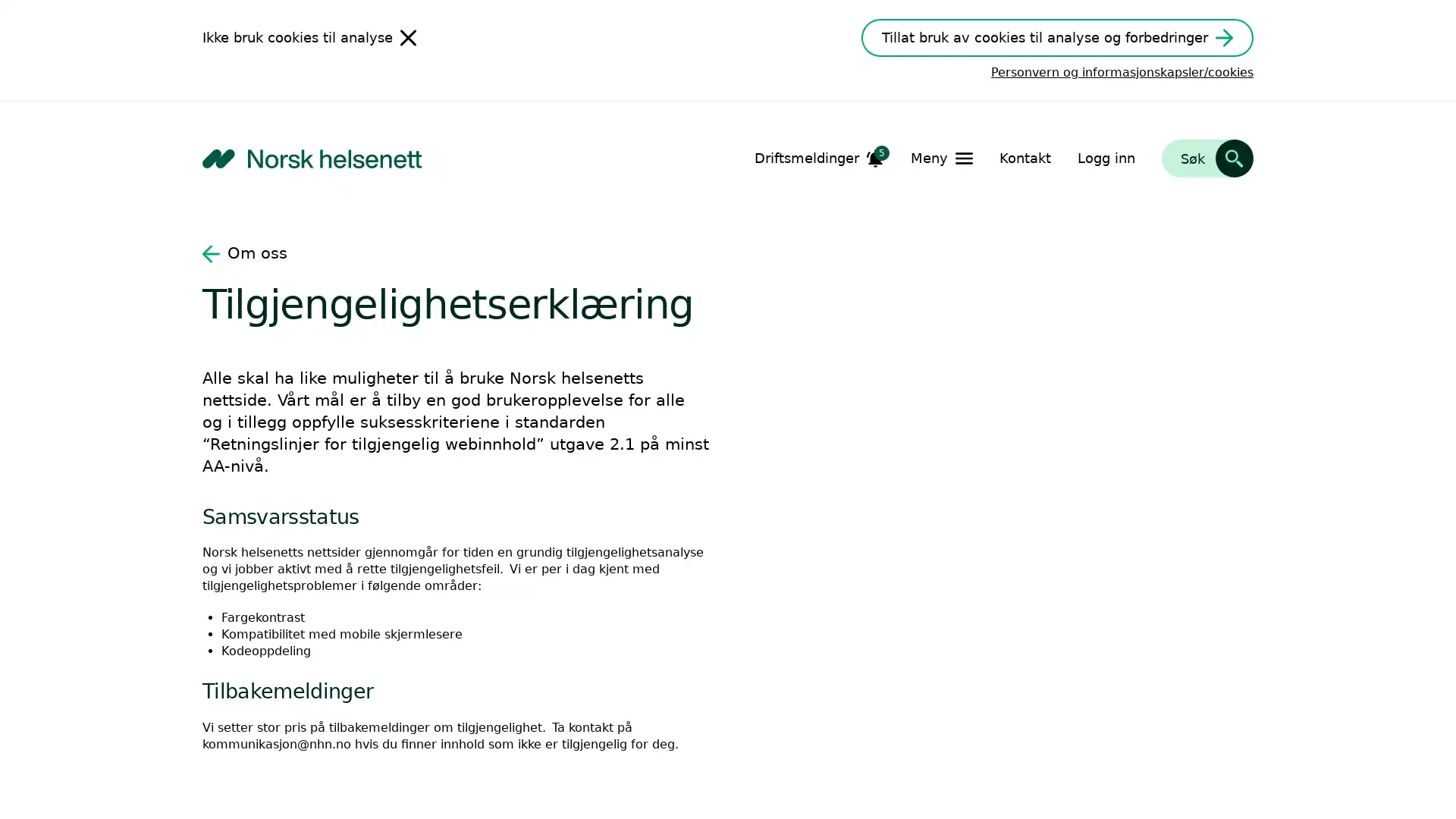 This screenshot has height=819, width=1456. I want to click on Sk, so click(1234, 158).